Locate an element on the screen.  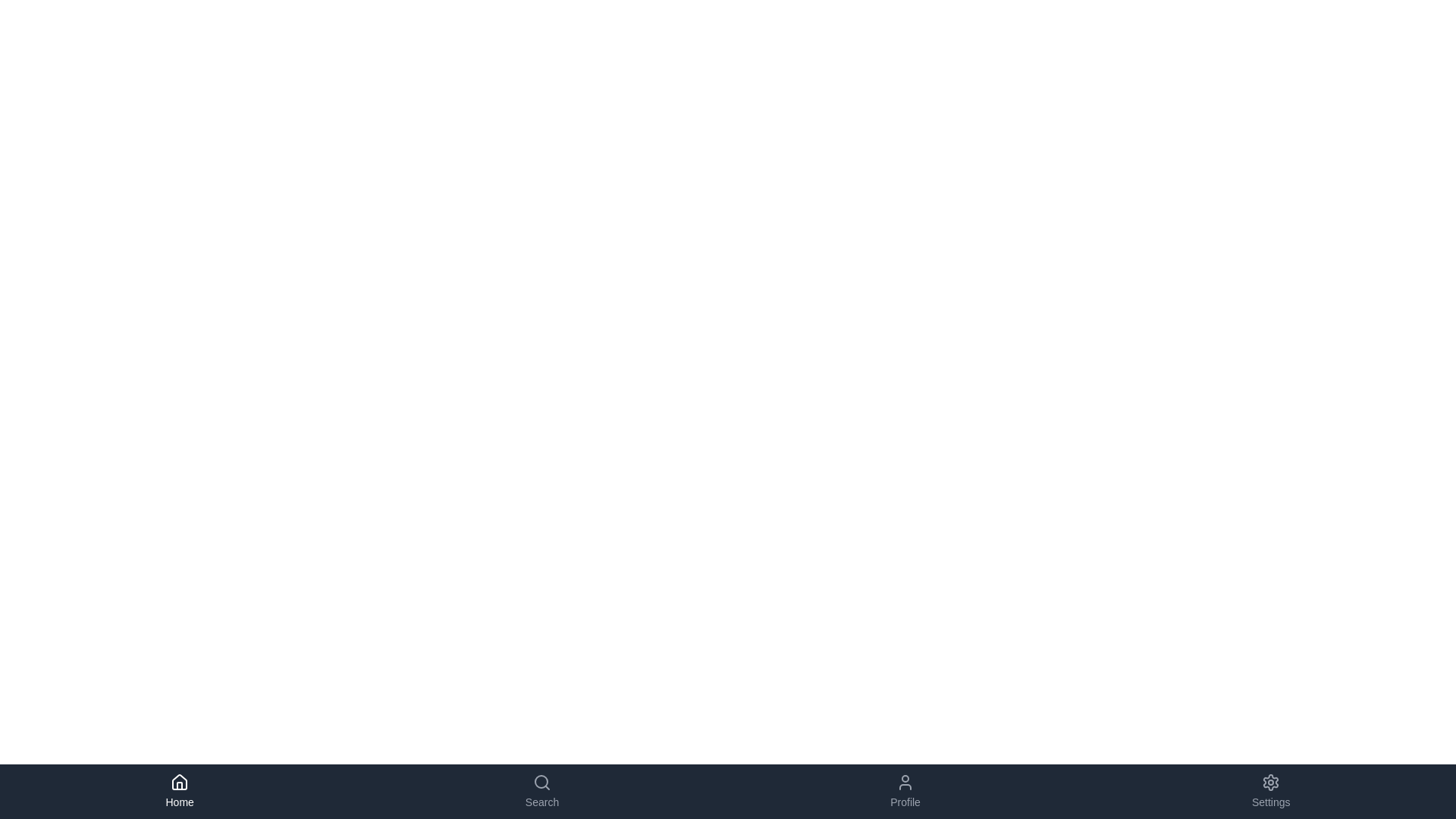
the circular center of the magnifying glass search icon located in the bottom navigation bar, which is the second icon from the left is located at coordinates (541, 781).